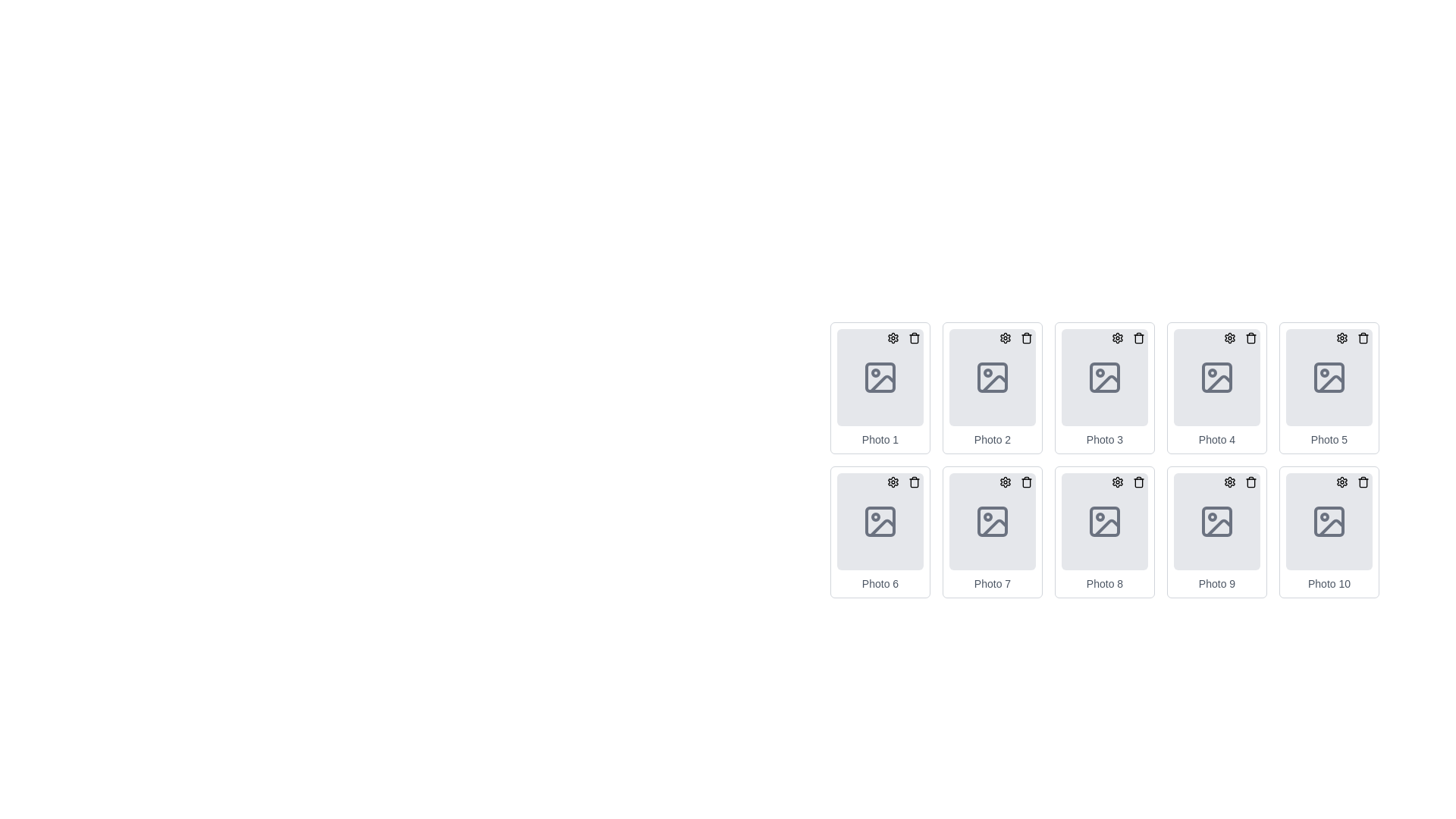 Image resolution: width=1456 pixels, height=819 pixels. What do you see at coordinates (880, 439) in the screenshot?
I see `text label that displays 'Photo 1', which is styled in gray color and positioned below an image placeholder in the top-left card of the grid layout` at bounding box center [880, 439].